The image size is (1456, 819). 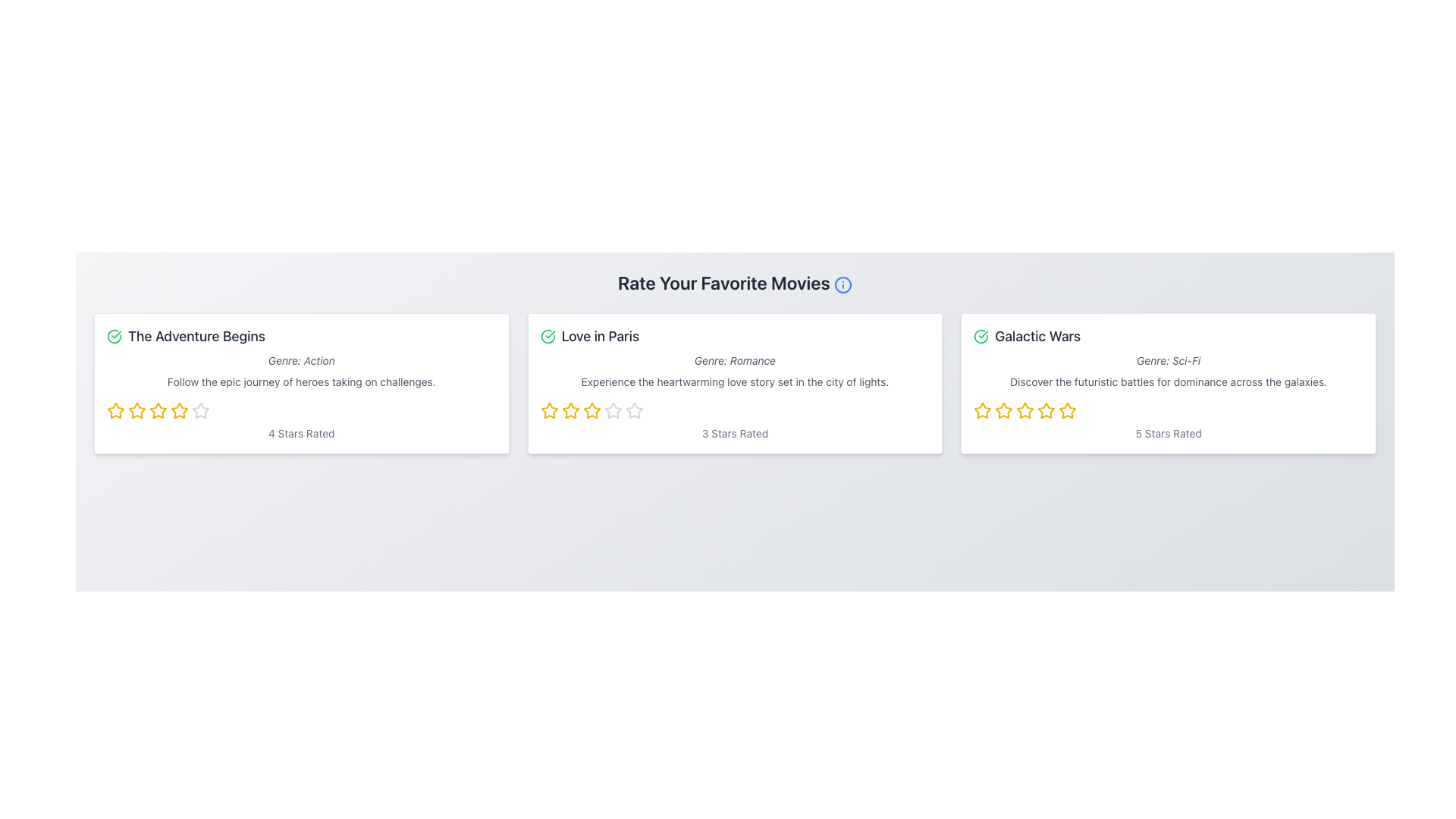 I want to click on the text label displaying '3 Stars Rated' which is styled in a small gray font and located beneath the star rating section of the 'Love in Paris' card, so click(x=735, y=433).